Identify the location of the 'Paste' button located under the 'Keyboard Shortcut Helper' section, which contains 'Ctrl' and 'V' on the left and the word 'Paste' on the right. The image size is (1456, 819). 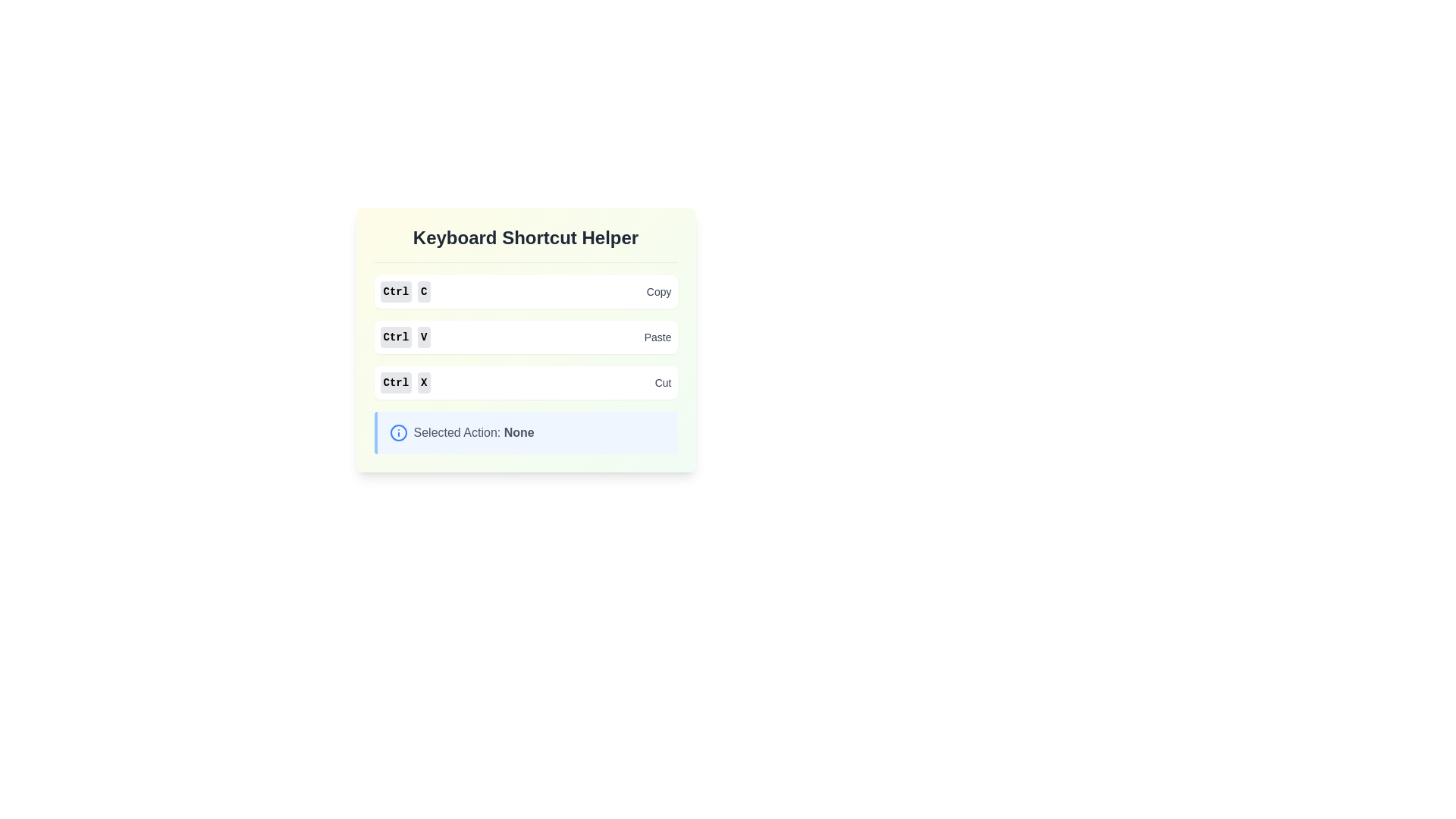
(526, 336).